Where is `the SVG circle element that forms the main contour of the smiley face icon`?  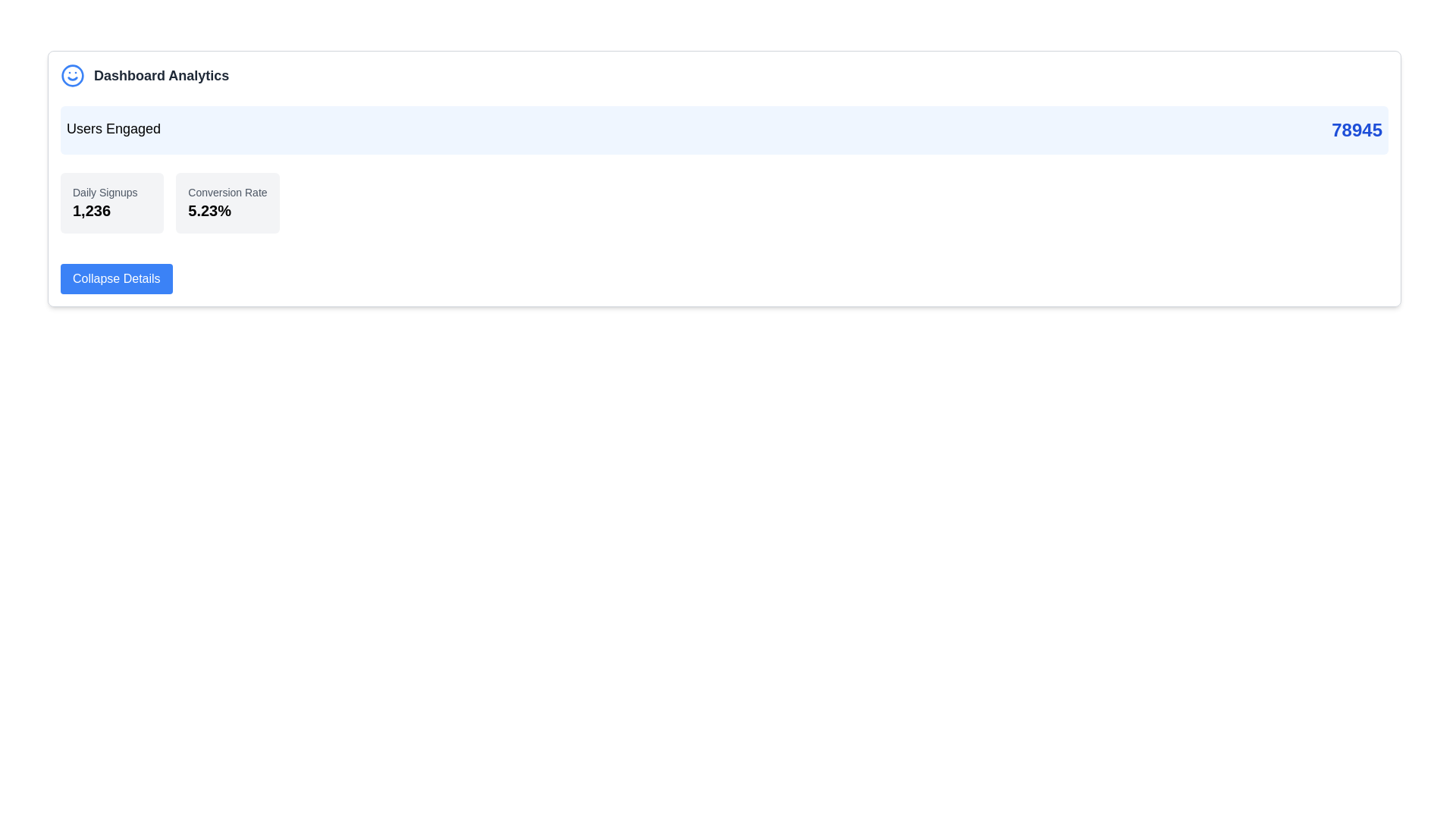 the SVG circle element that forms the main contour of the smiley face icon is located at coordinates (72, 76).